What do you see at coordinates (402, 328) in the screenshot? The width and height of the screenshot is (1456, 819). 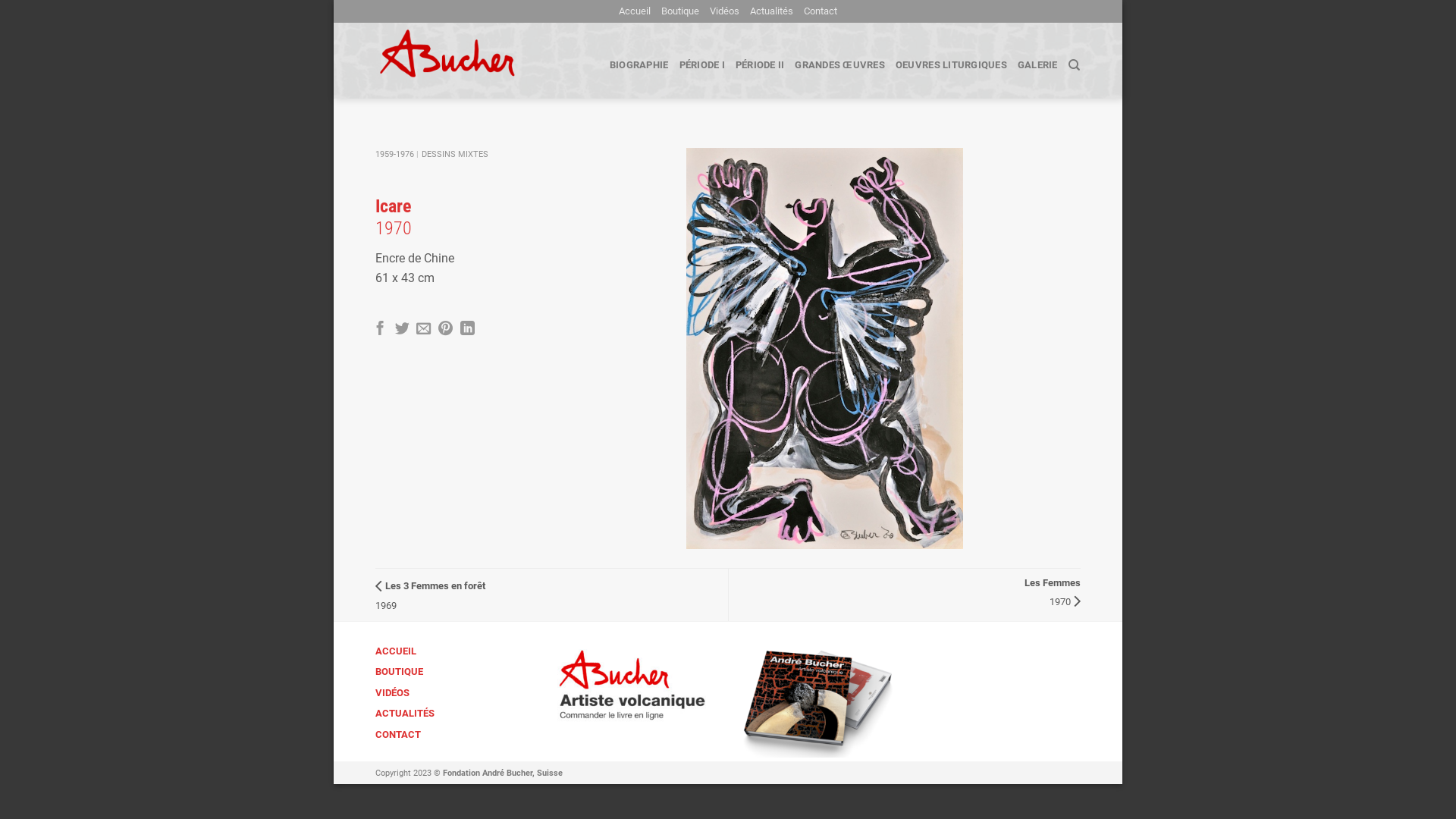 I see `'Partager sur Twitter'` at bounding box center [402, 328].